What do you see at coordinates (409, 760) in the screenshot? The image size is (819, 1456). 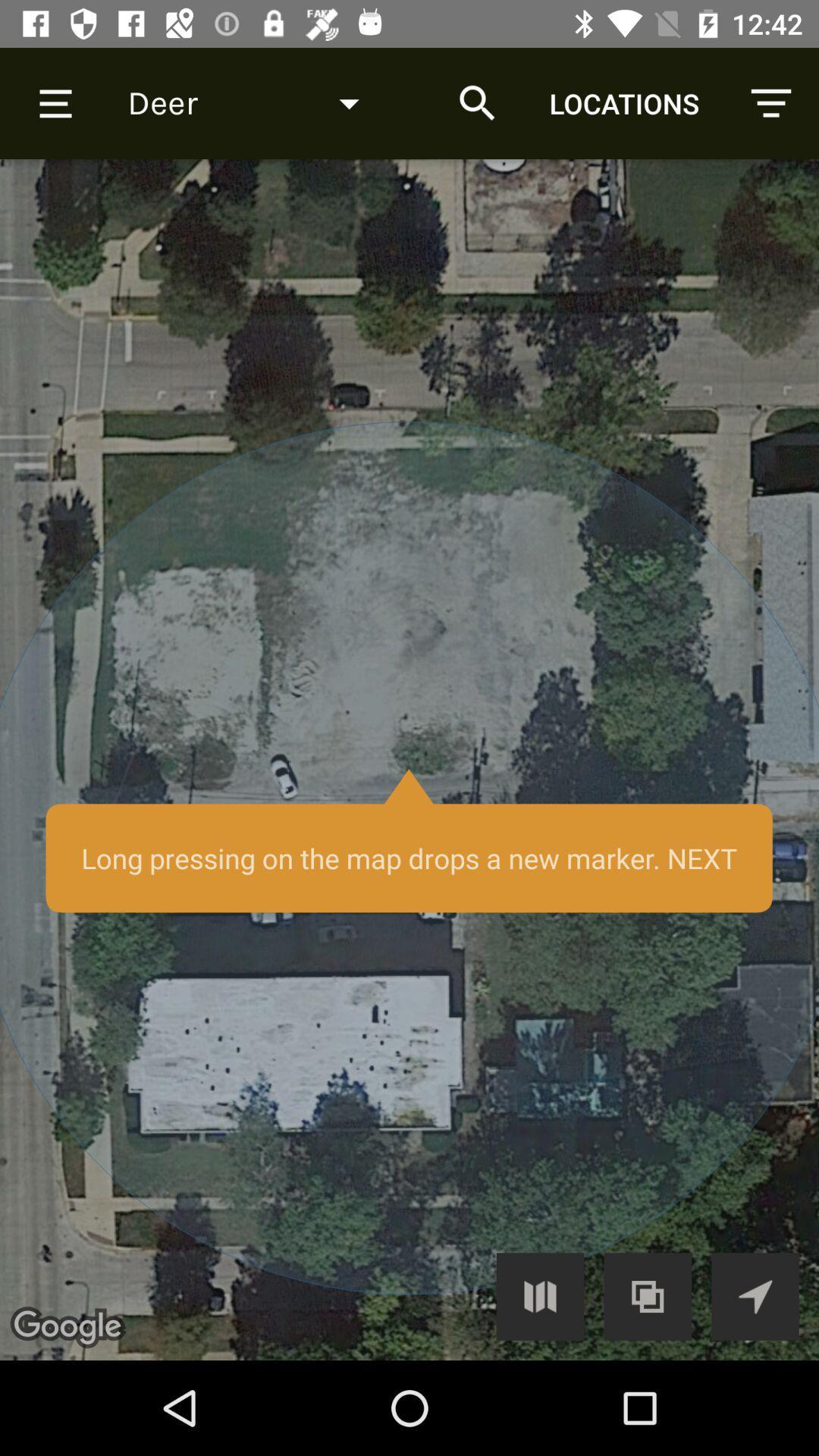 I see `mark location` at bounding box center [409, 760].